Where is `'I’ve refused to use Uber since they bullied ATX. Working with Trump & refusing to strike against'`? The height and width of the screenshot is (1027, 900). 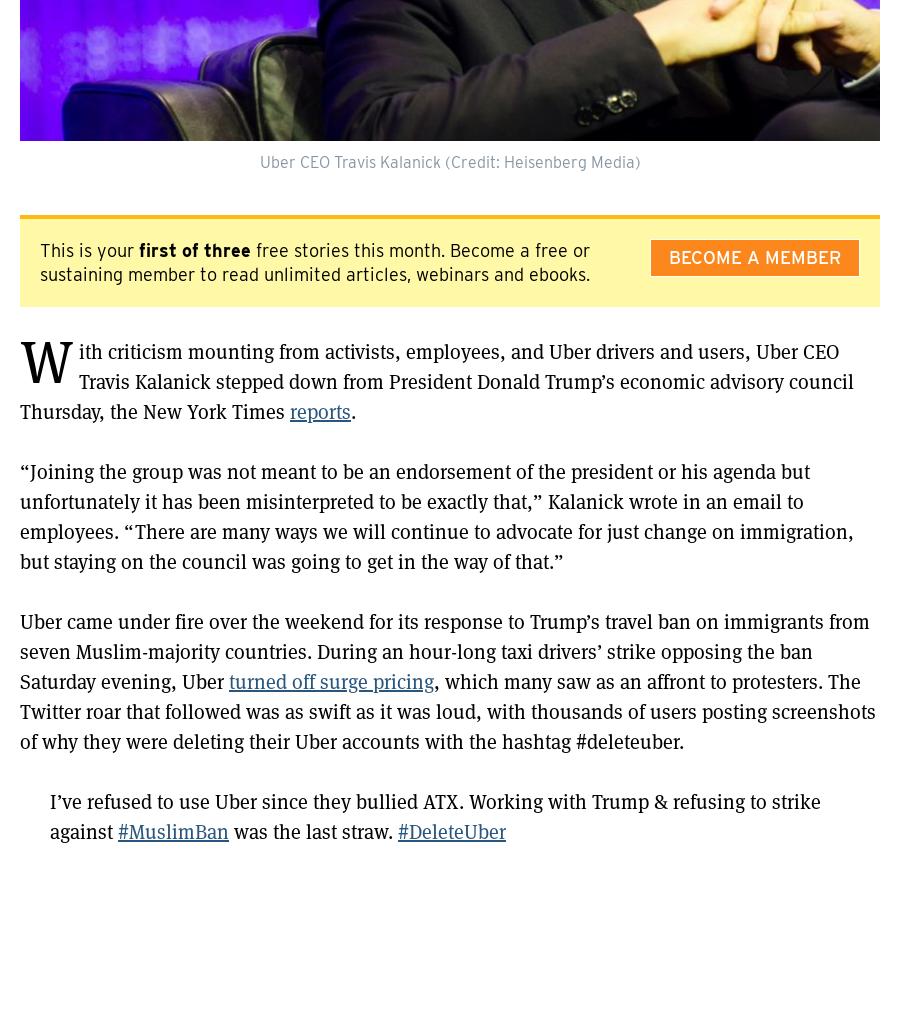
'I’ve refused to use Uber since they bullied ATX. Working with Trump & refusing to strike against' is located at coordinates (435, 816).